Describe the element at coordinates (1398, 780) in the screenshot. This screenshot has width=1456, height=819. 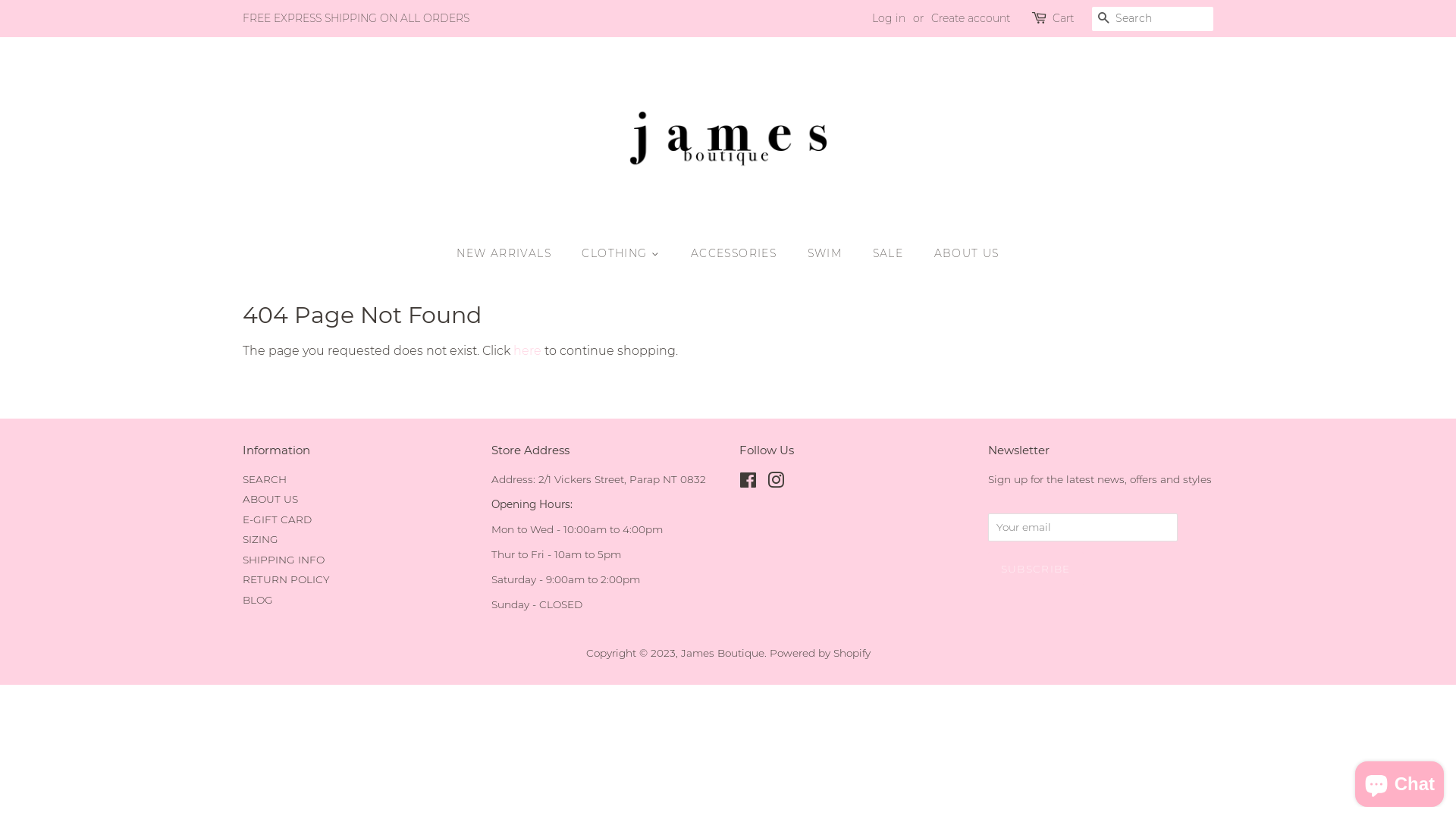
I see `'Shopify online store chat'` at that location.